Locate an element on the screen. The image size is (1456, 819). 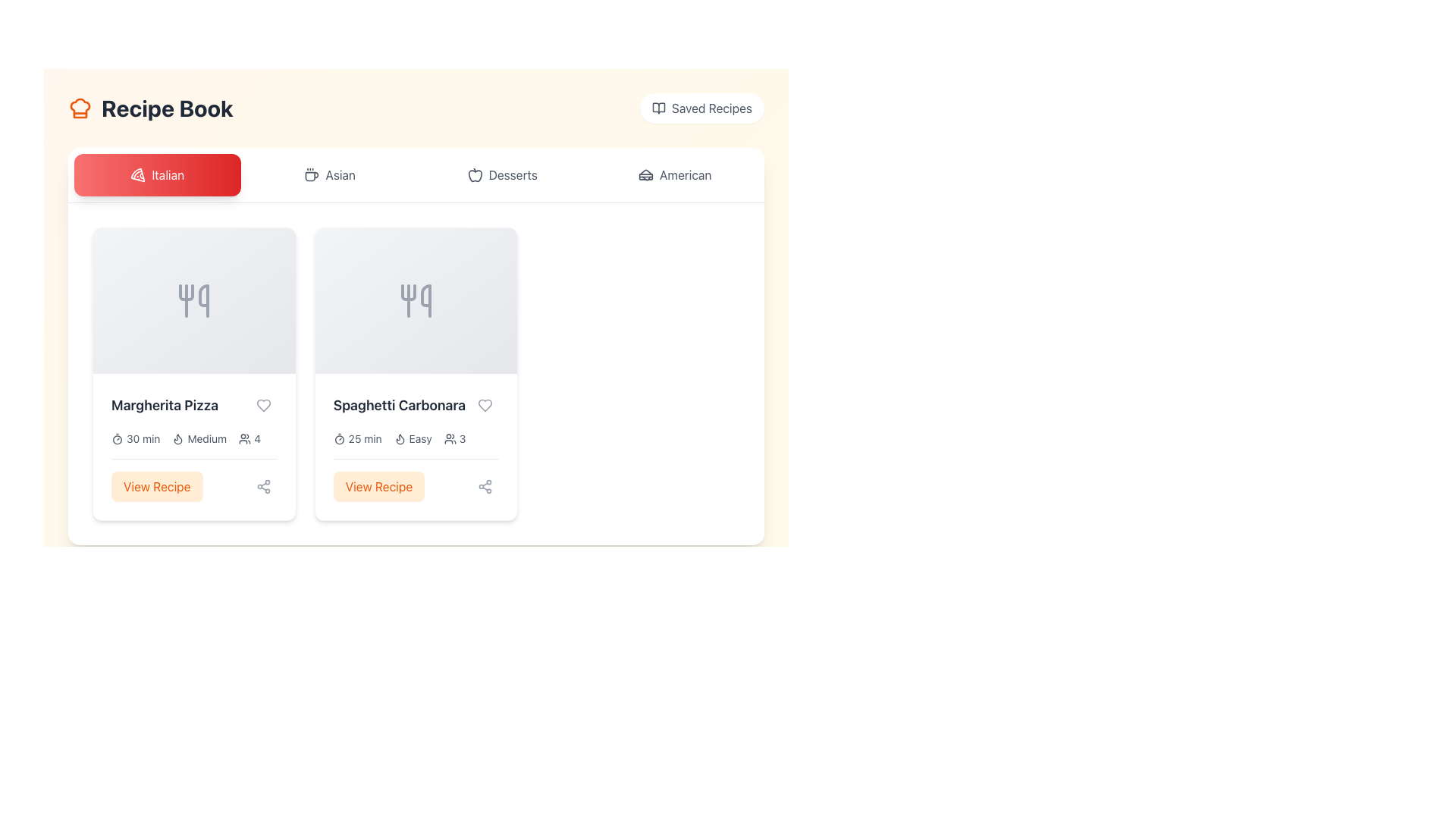
the Interactive Icon located in the lower-right corner of the 'Spaghetti Carbonara' card is located at coordinates (485, 405).